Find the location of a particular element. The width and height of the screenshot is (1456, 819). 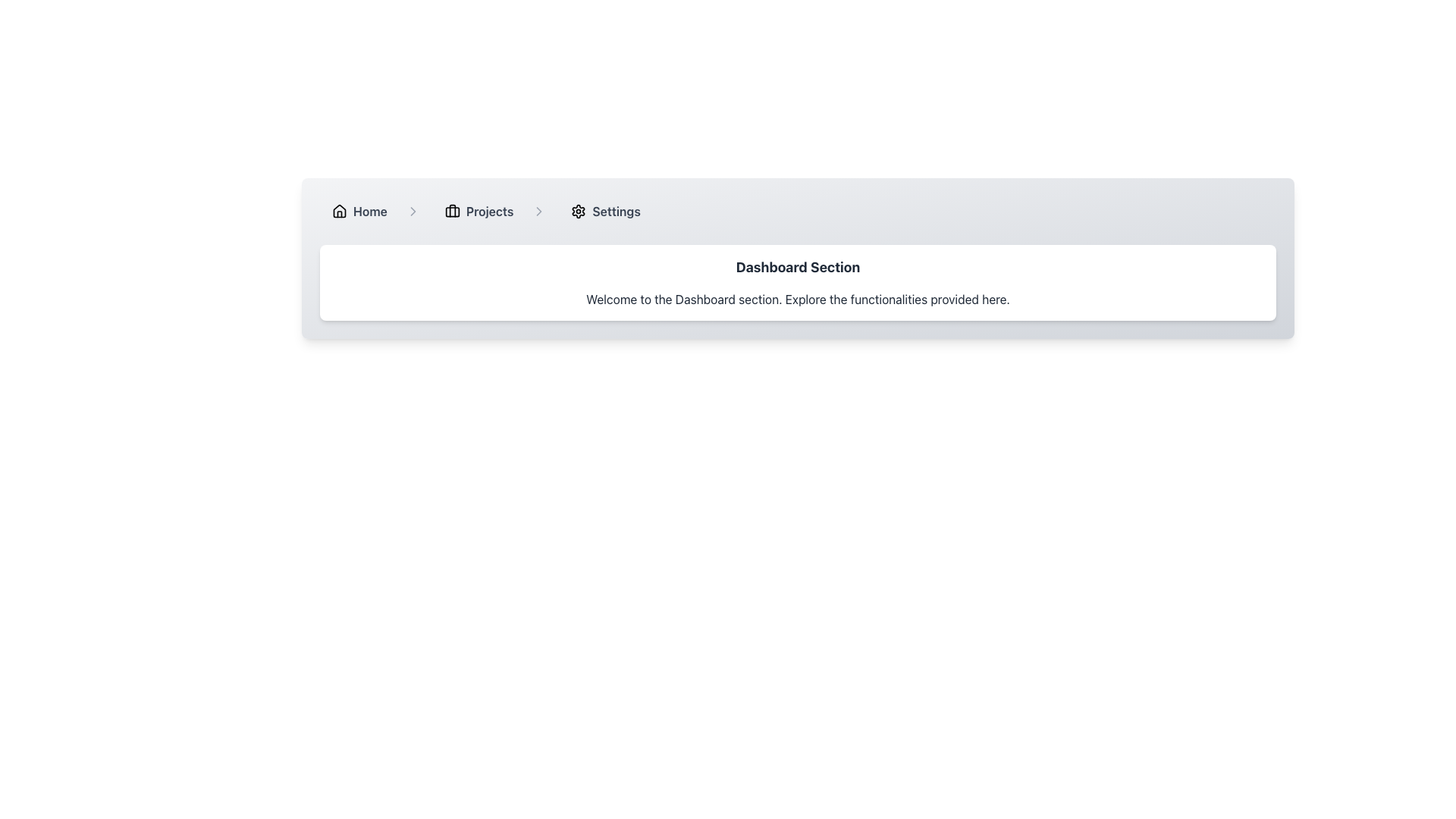

the clickable text label located in the horizontal menu bar to the right of the gear icon is located at coordinates (617, 211).